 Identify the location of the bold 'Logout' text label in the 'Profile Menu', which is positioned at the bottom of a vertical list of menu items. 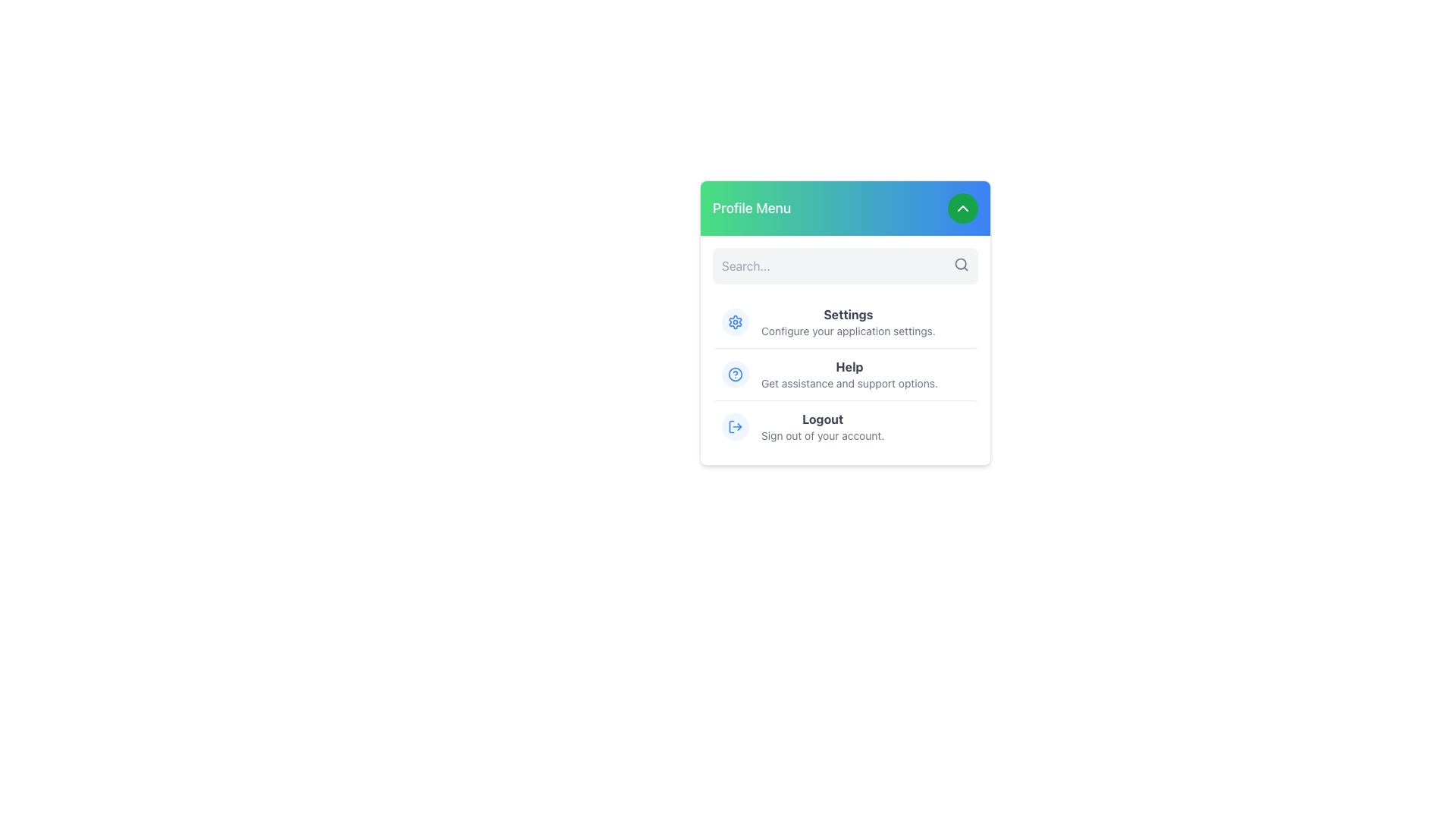
(822, 419).